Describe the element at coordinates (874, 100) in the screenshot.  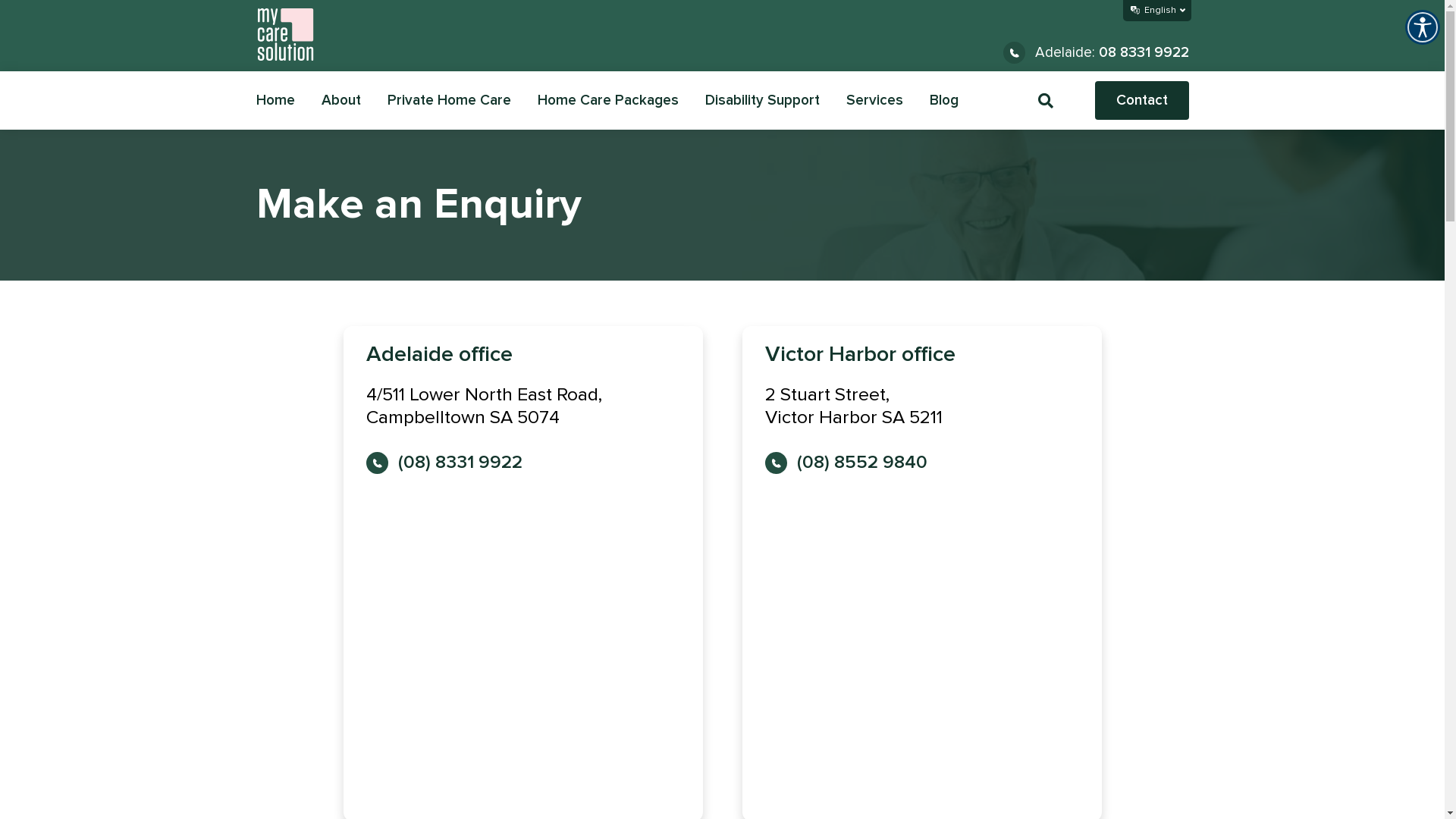
I see `'Services'` at that location.